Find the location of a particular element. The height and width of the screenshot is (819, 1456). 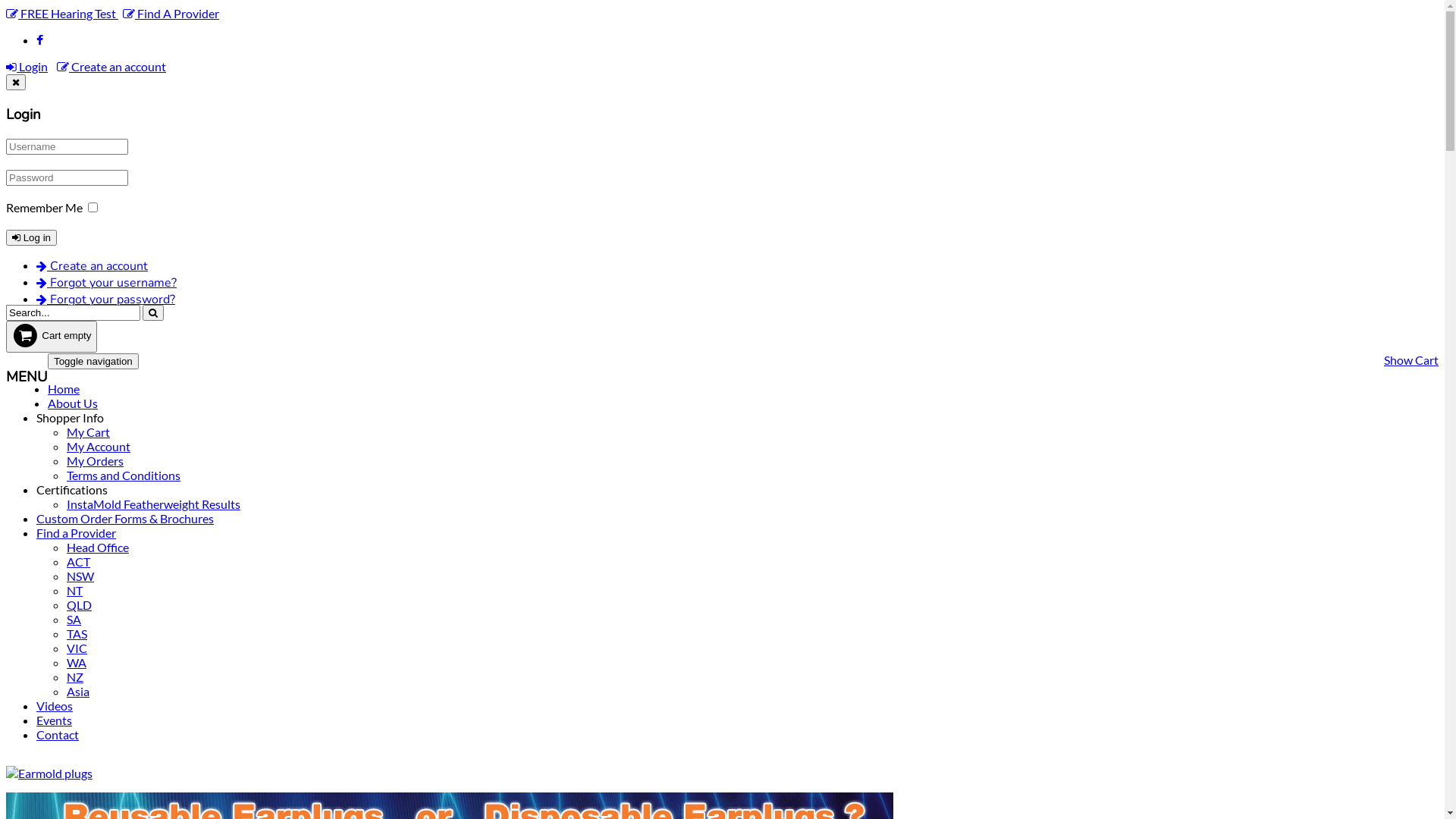

'Find A Provider' is located at coordinates (171, 13).